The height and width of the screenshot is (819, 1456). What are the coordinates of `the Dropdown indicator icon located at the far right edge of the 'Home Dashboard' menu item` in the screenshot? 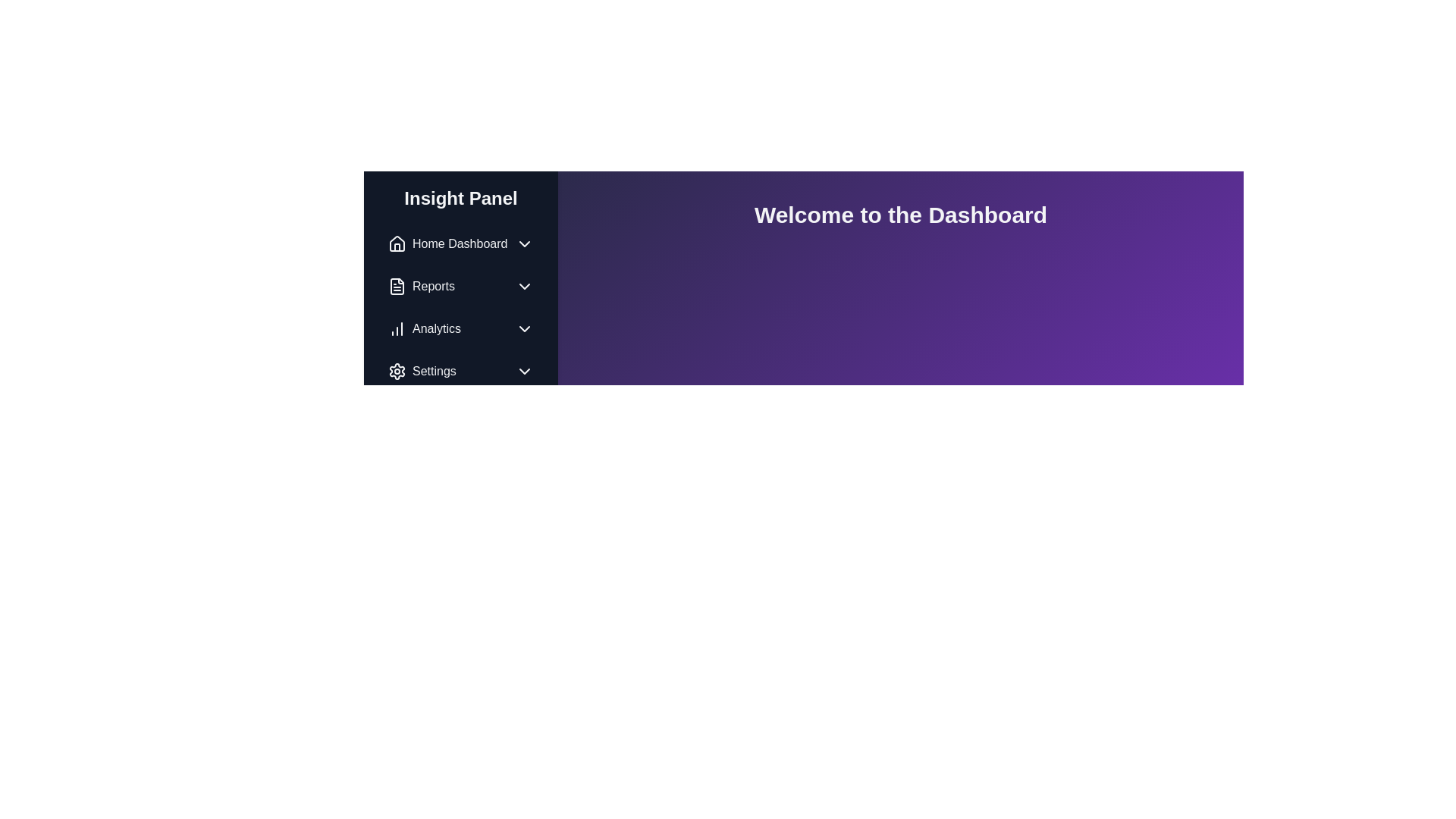 It's located at (524, 243).